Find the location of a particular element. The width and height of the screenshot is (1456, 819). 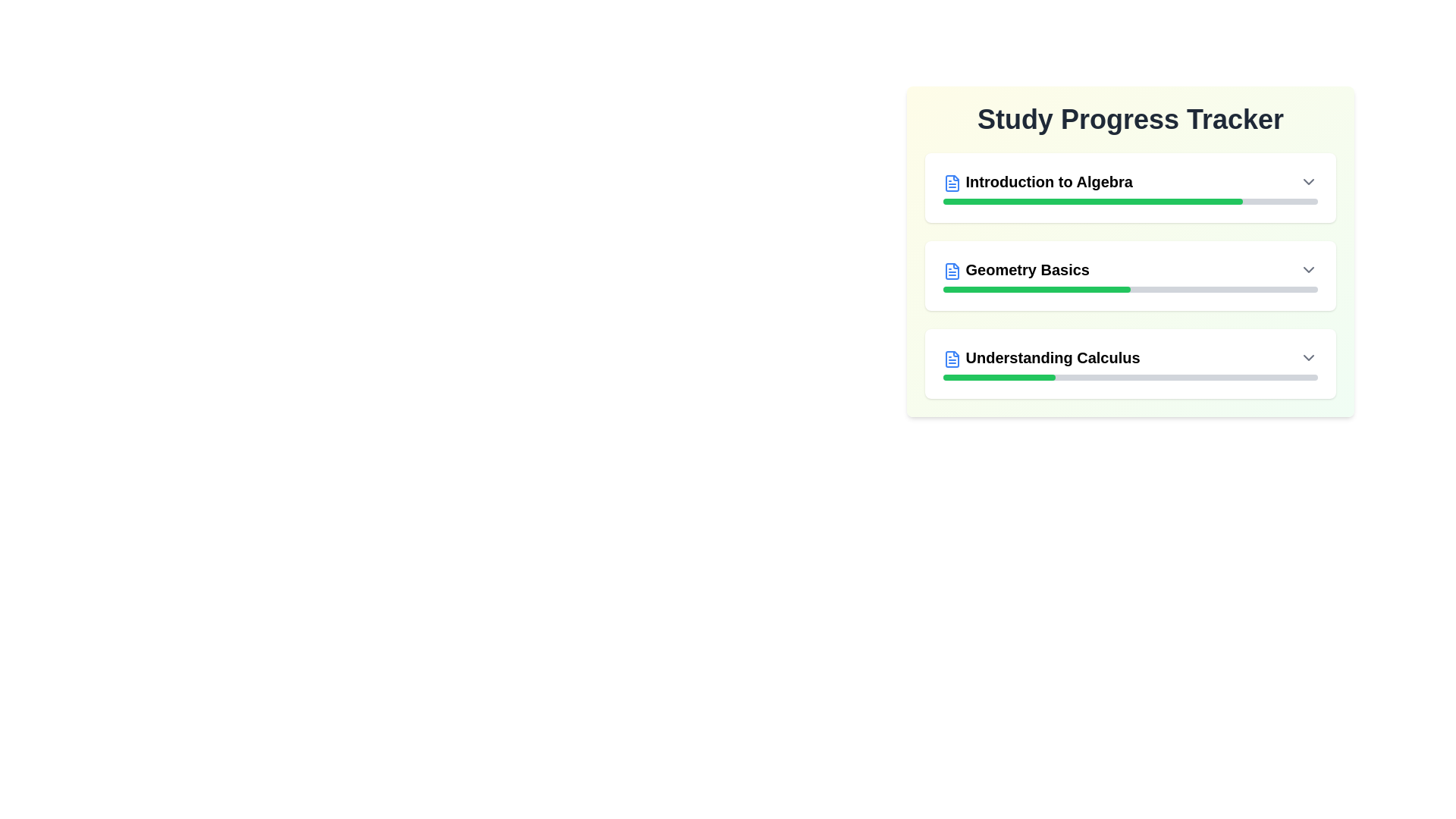

the green progress bar indicating 80% completion within the 'Geometry Basics' progress tracker section is located at coordinates (1093, 201).